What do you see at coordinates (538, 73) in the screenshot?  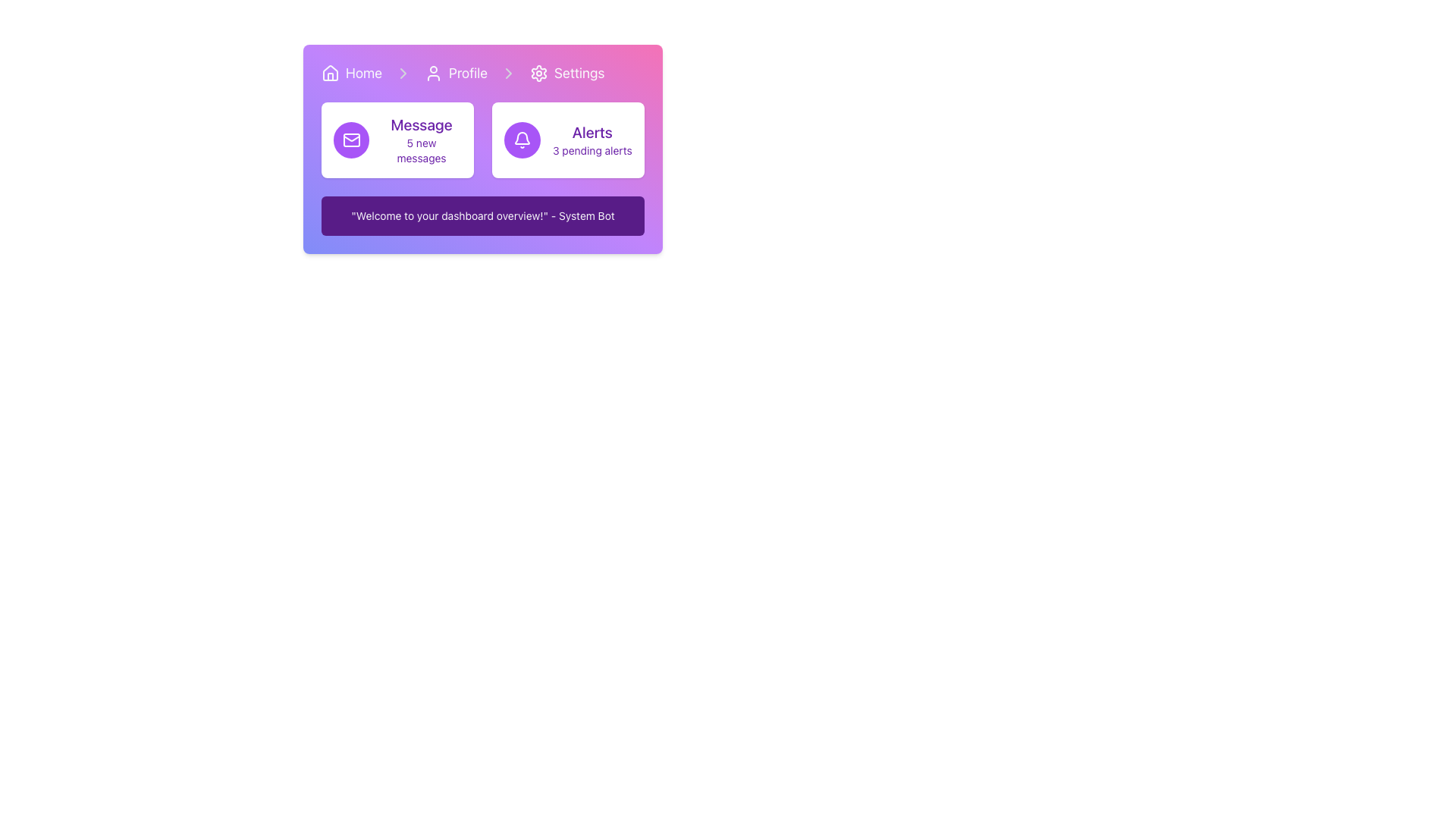 I see `the 'Settings' icon located in the top-right area of the navigation bar` at bounding box center [538, 73].